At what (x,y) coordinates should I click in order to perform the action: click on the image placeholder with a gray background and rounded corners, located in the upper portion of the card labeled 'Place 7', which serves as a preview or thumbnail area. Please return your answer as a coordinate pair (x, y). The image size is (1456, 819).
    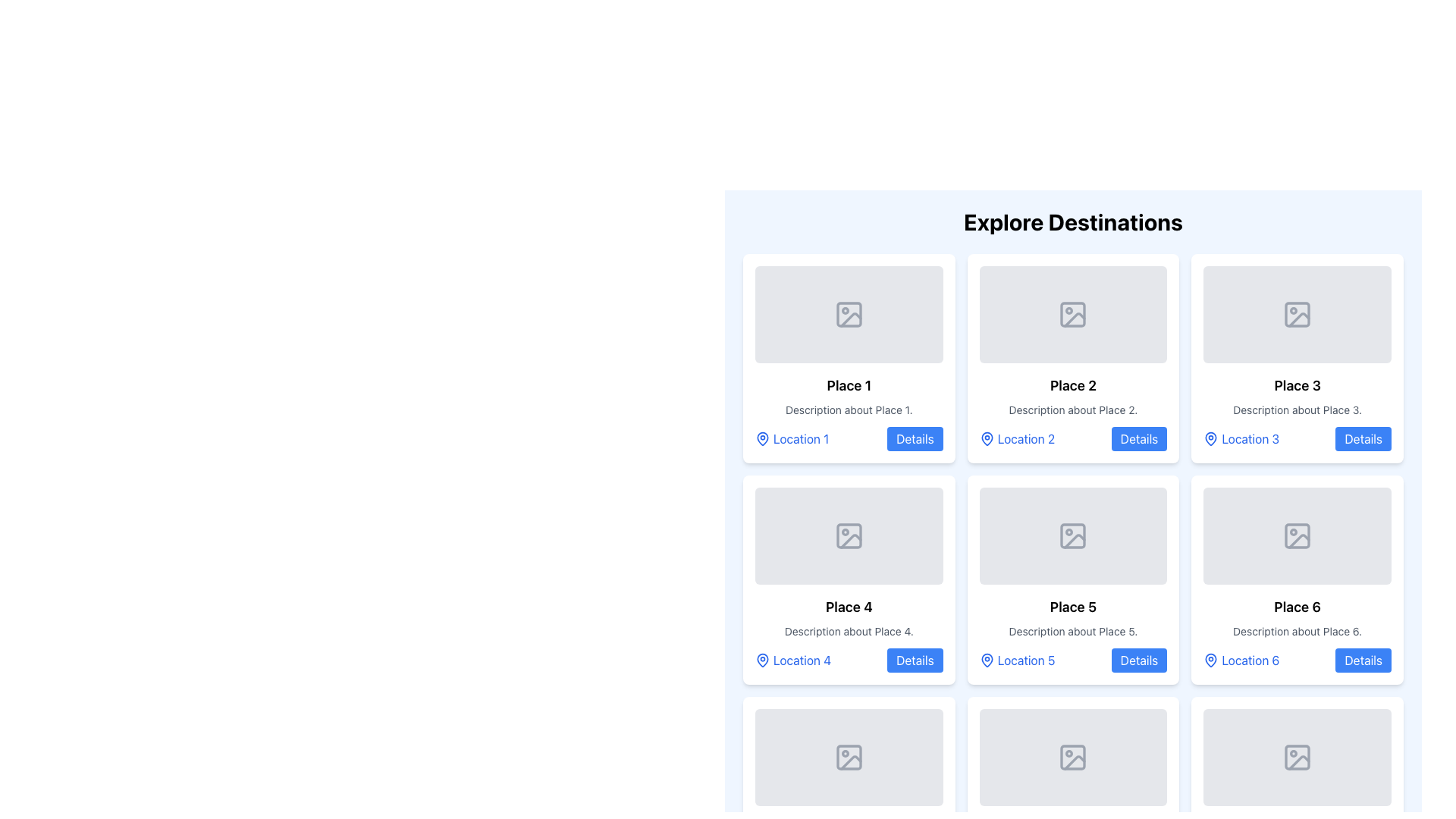
    Looking at the image, I should click on (848, 758).